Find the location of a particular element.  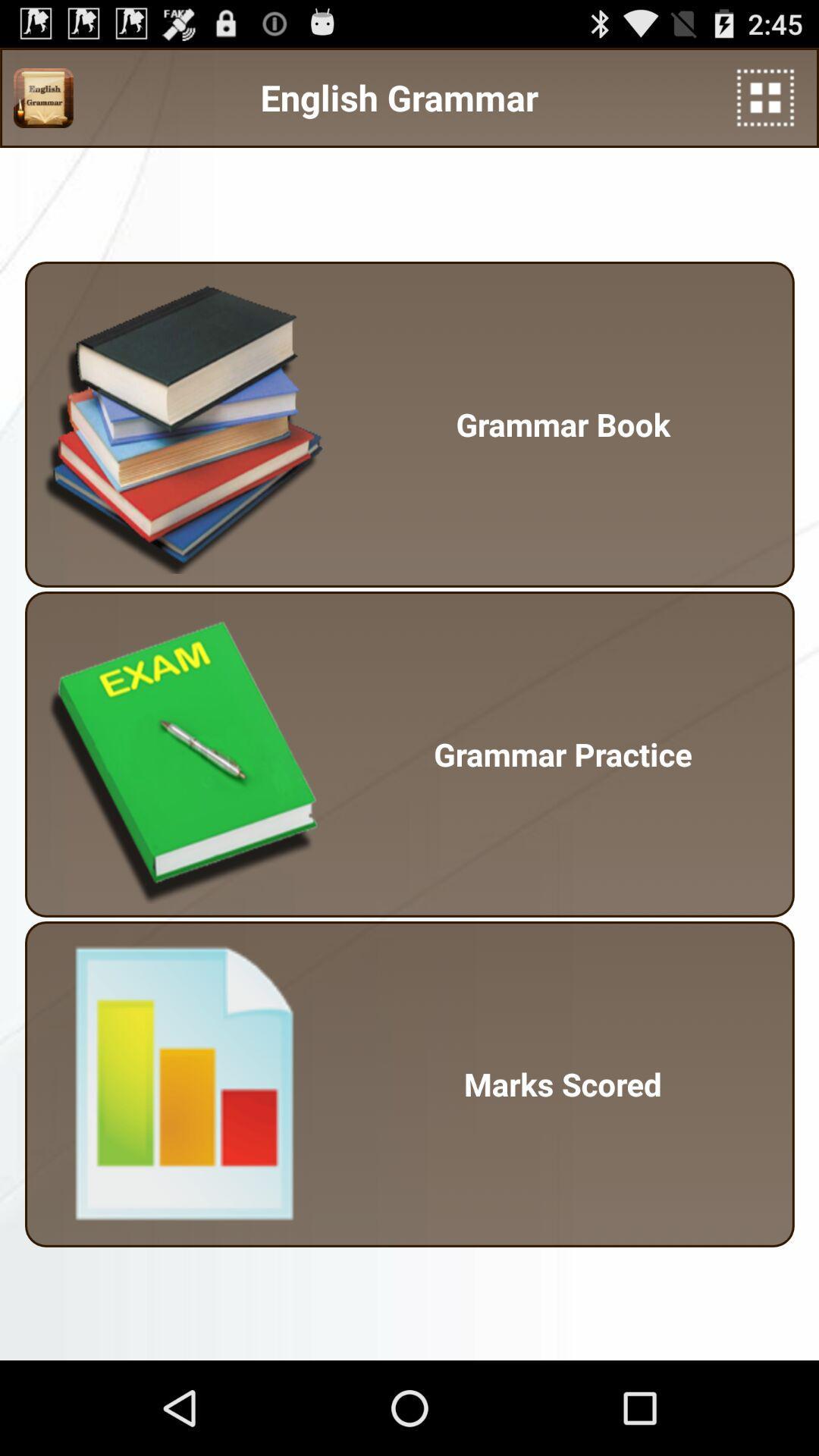

go back is located at coordinates (765, 97).